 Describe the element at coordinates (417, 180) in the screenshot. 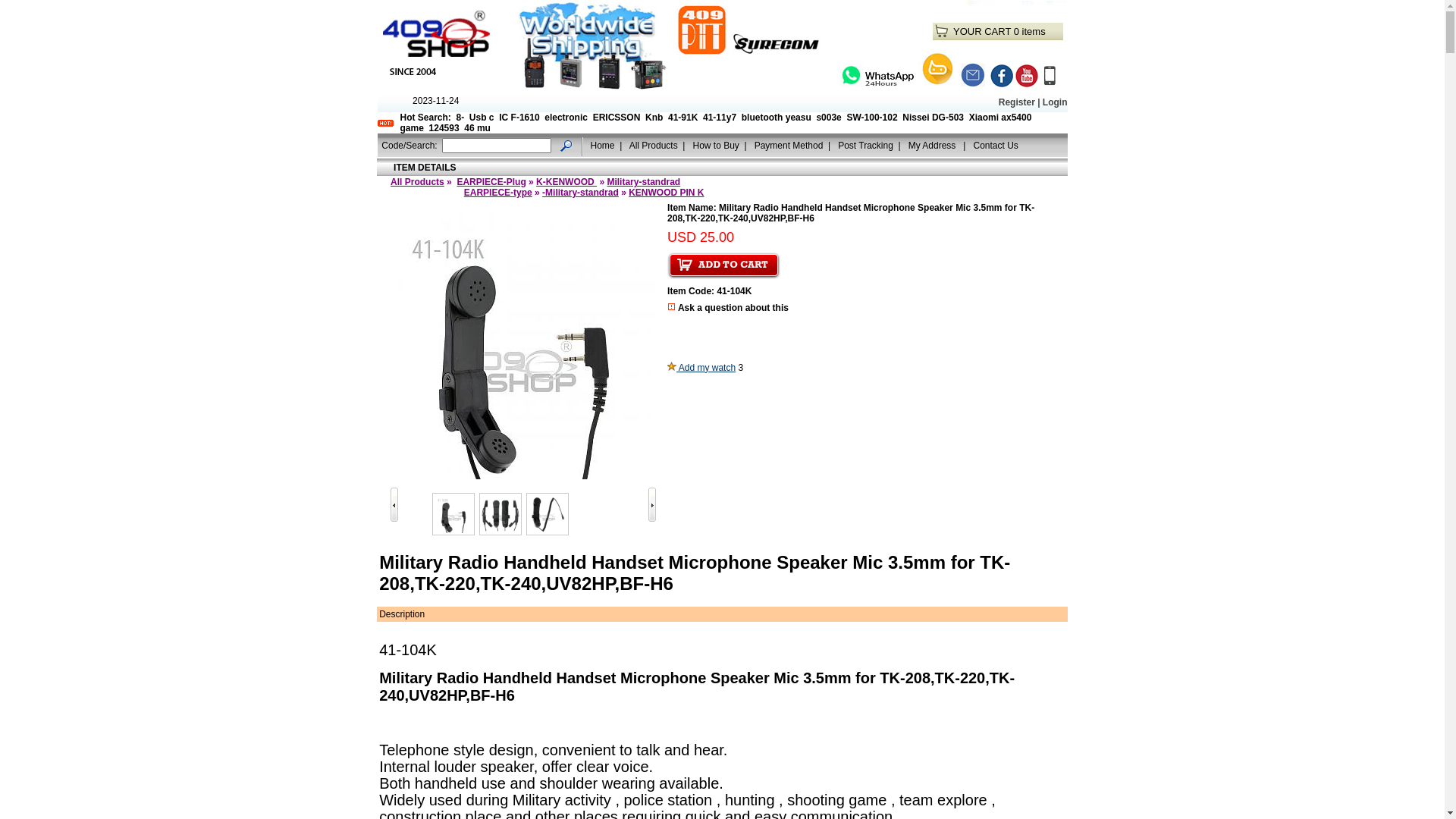

I see `'All Products'` at that location.